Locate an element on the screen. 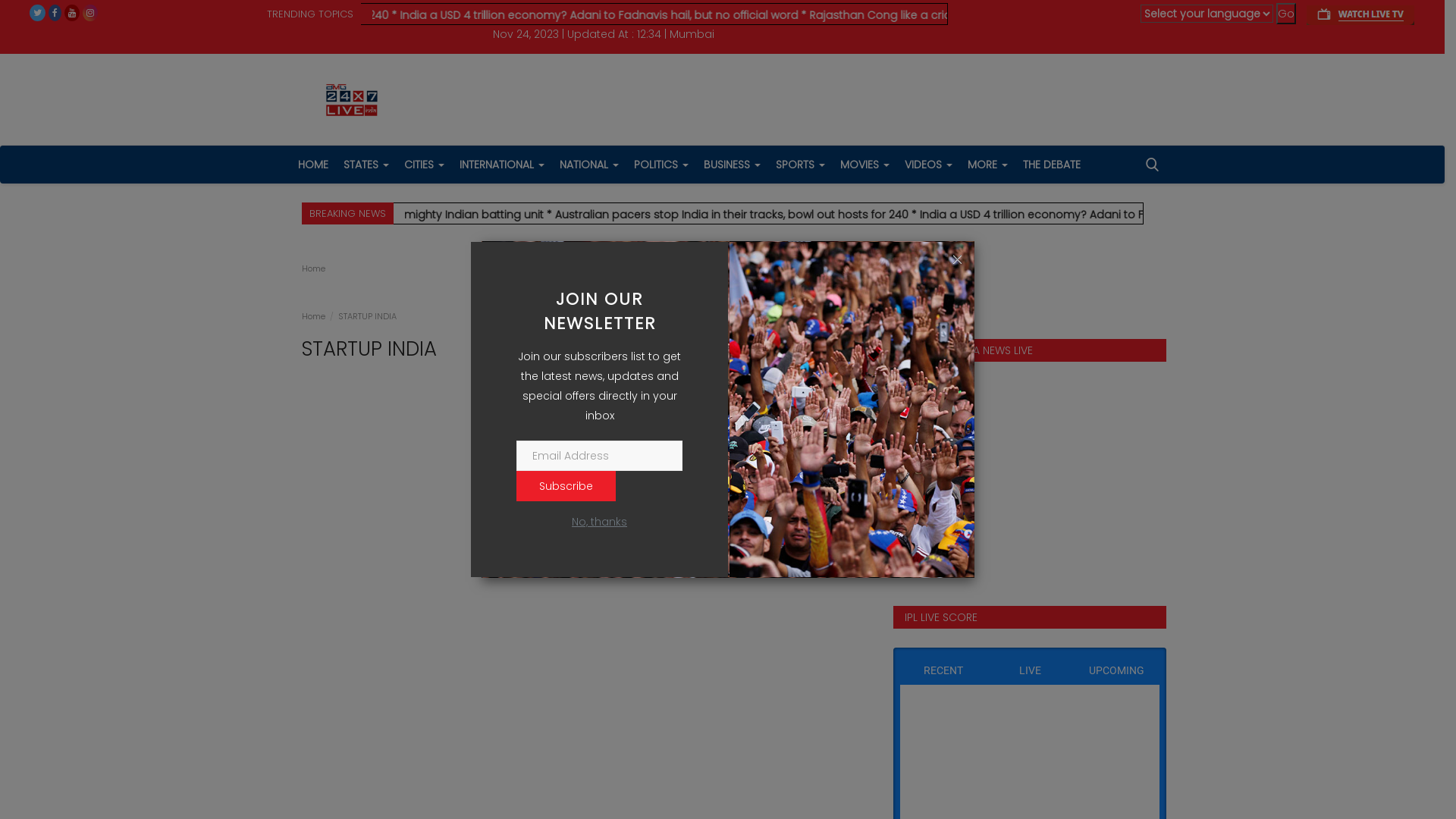 The image size is (1456, 819). 'CITIES' is located at coordinates (423, 164).